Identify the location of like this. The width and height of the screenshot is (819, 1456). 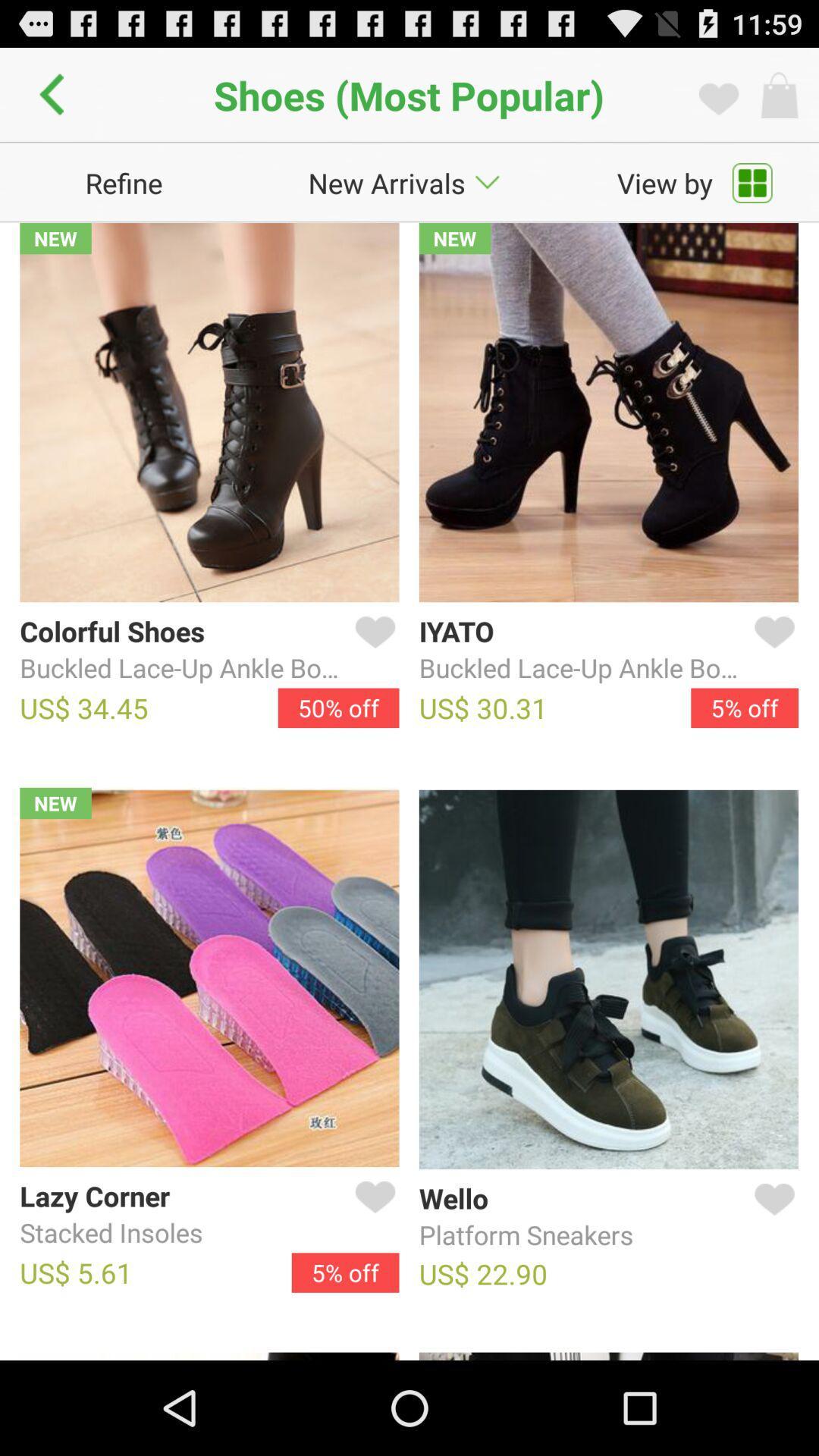
(771, 1217).